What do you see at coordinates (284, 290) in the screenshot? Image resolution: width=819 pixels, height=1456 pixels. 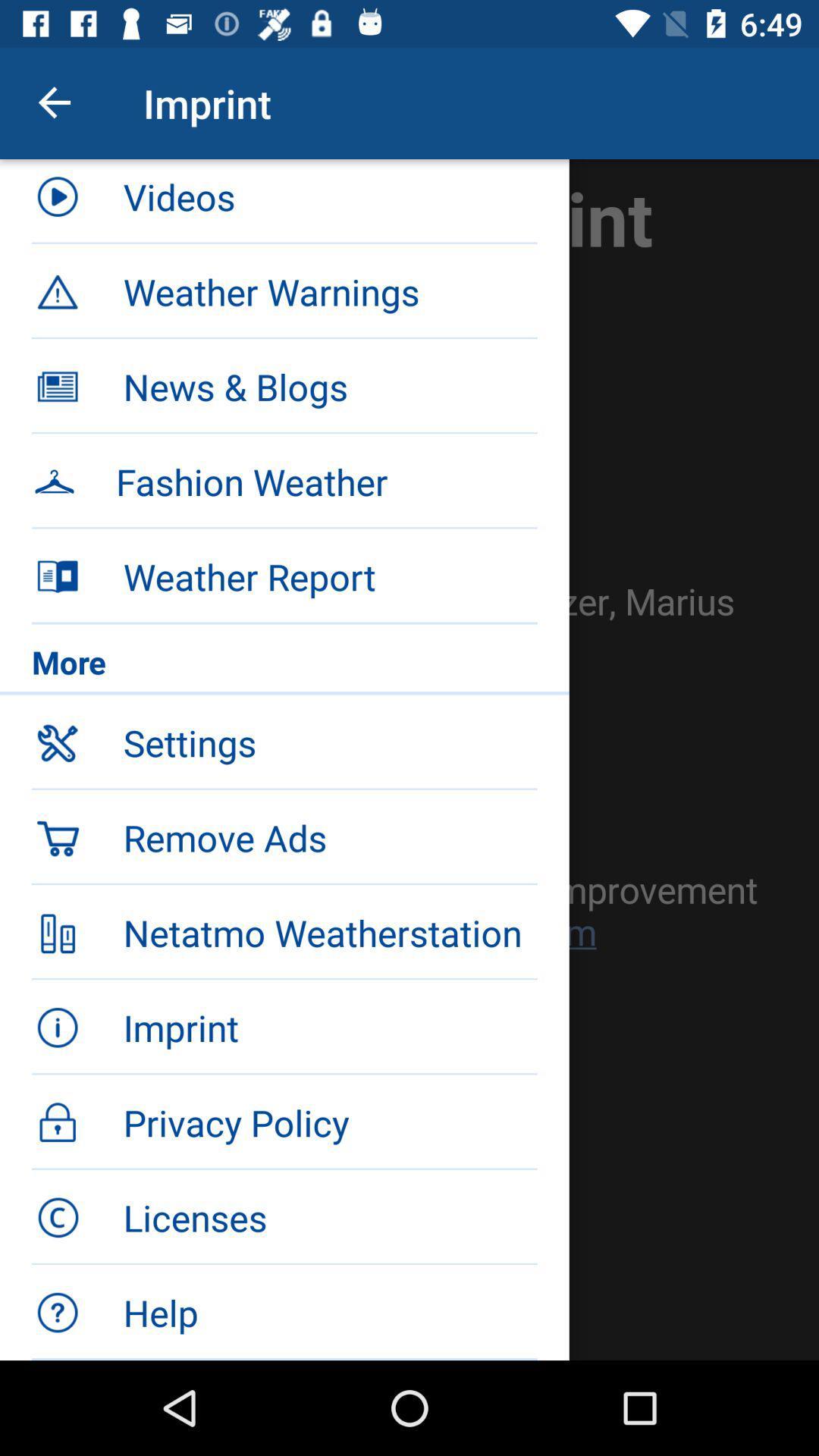 I see `the item below videos item` at bounding box center [284, 290].